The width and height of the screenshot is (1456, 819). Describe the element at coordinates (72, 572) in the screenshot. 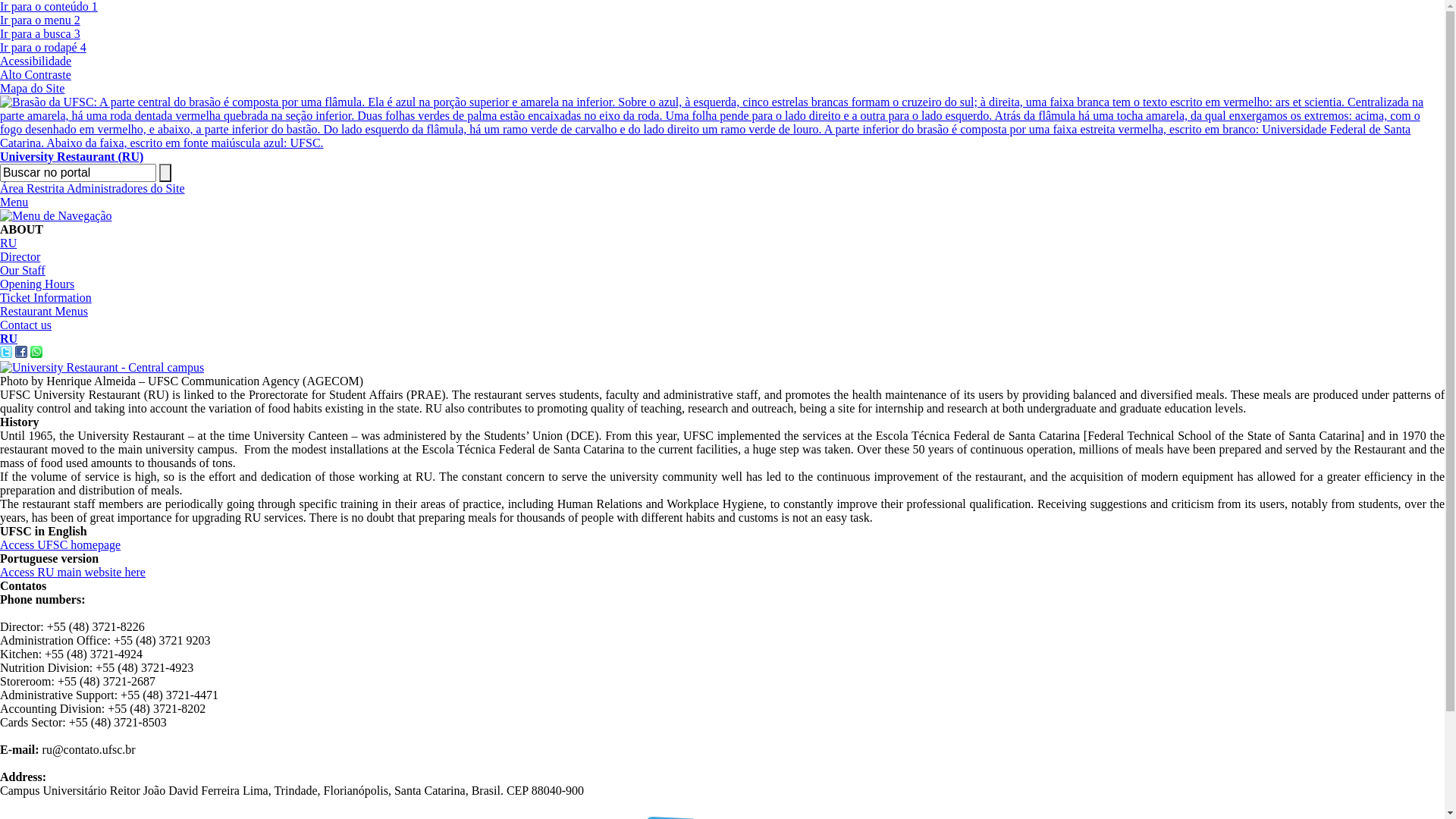

I see `'Access RU main website here'` at that location.